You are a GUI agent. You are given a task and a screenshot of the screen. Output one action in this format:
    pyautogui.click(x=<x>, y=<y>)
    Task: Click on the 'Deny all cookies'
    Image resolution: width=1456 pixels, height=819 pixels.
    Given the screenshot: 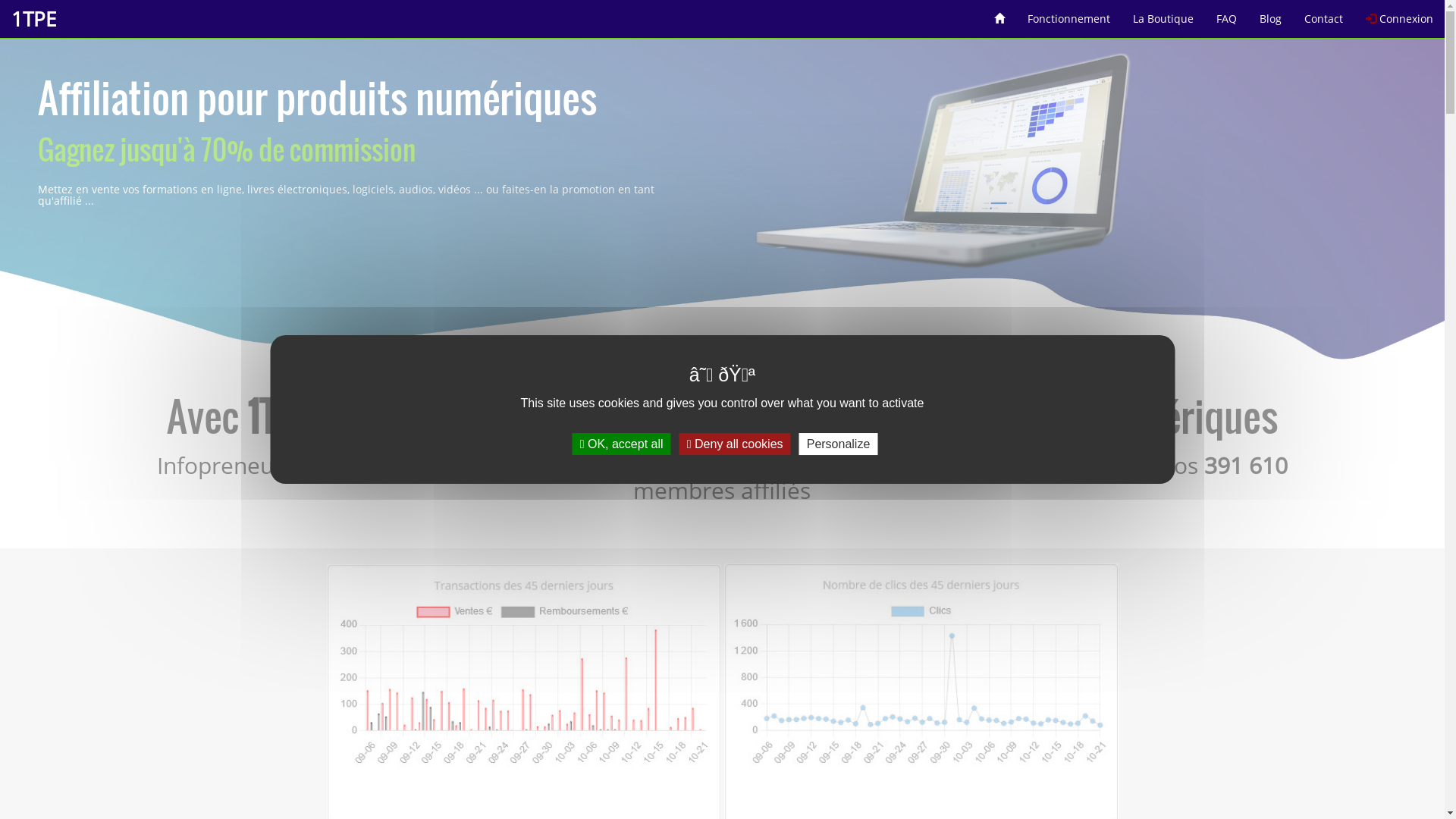 What is the action you would take?
    pyautogui.click(x=735, y=444)
    